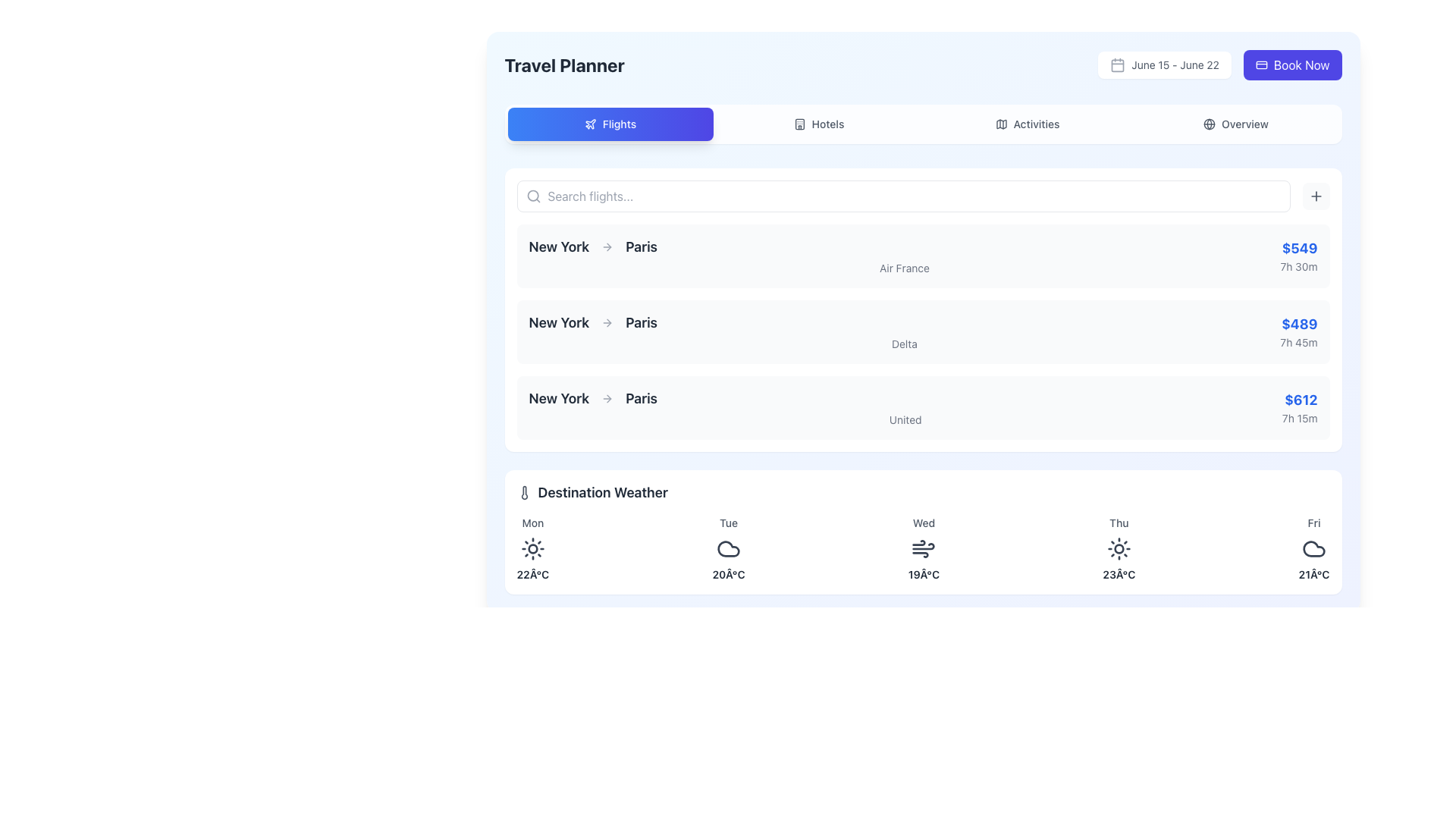 The width and height of the screenshot is (1456, 819). I want to click on the sun icon, so click(532, 549).